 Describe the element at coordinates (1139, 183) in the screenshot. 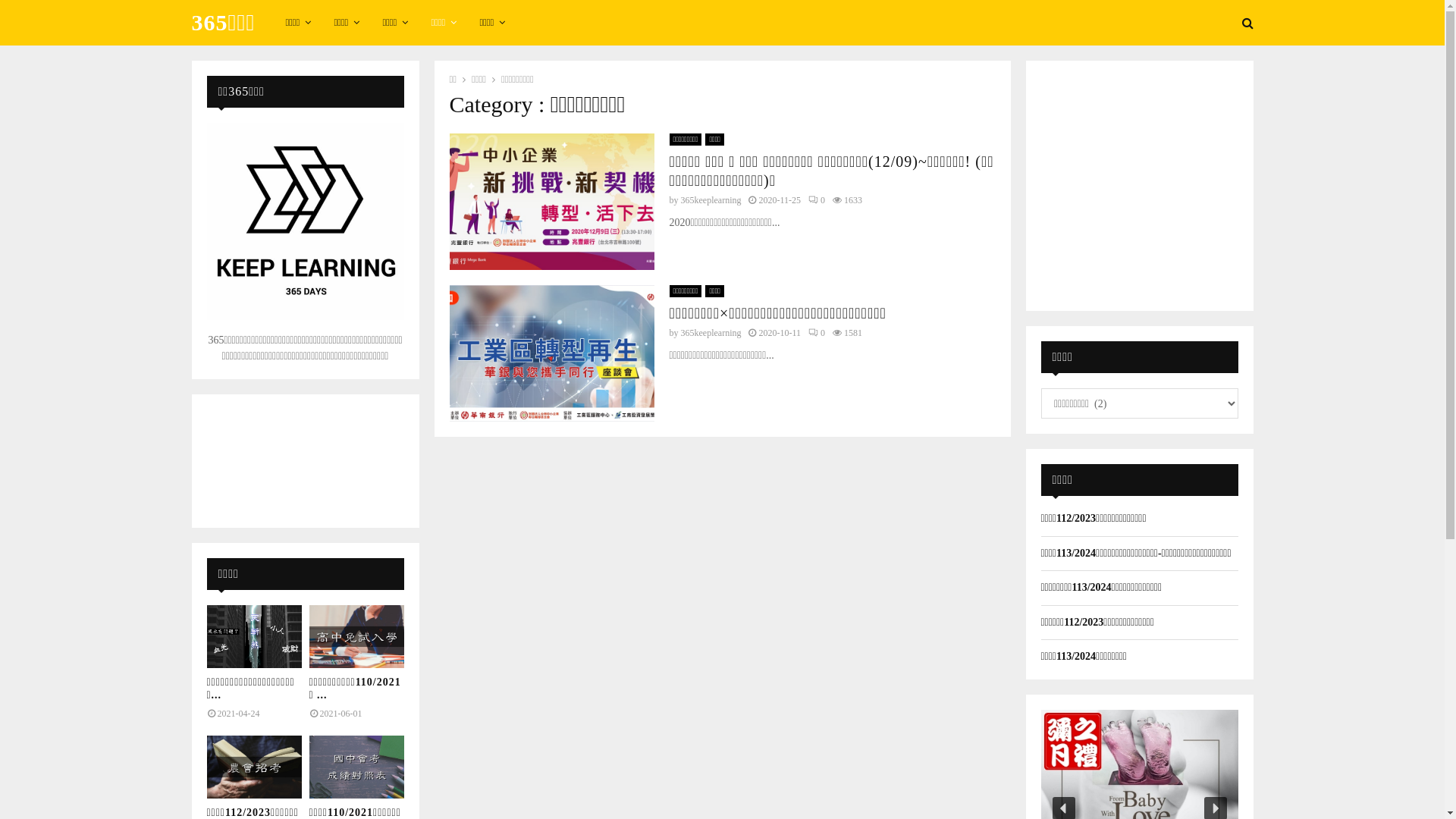

I see `'Advertisement'` at that location.